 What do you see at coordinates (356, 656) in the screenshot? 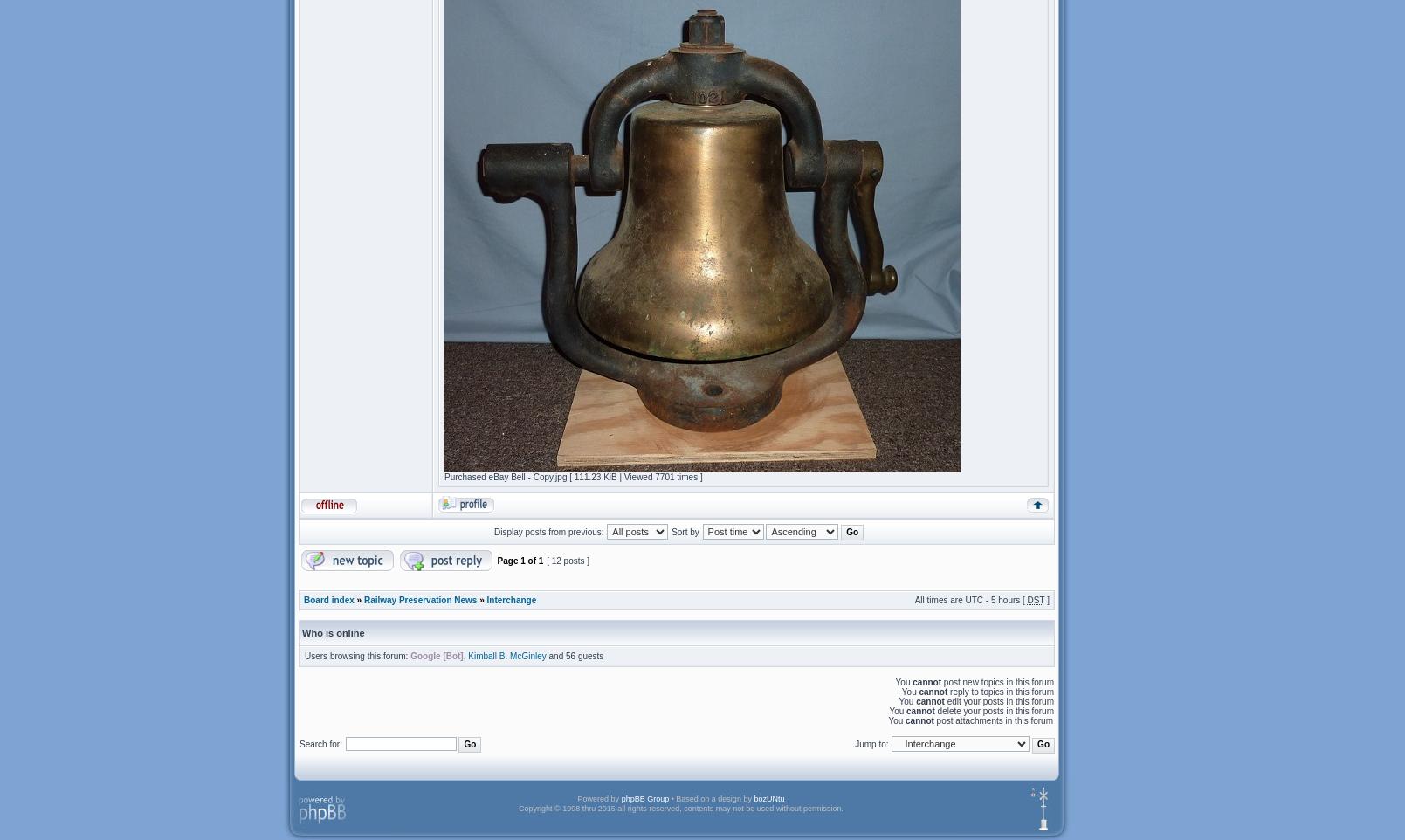
I see `'Users browsing this forum:'` at bounding box center [356, 656].